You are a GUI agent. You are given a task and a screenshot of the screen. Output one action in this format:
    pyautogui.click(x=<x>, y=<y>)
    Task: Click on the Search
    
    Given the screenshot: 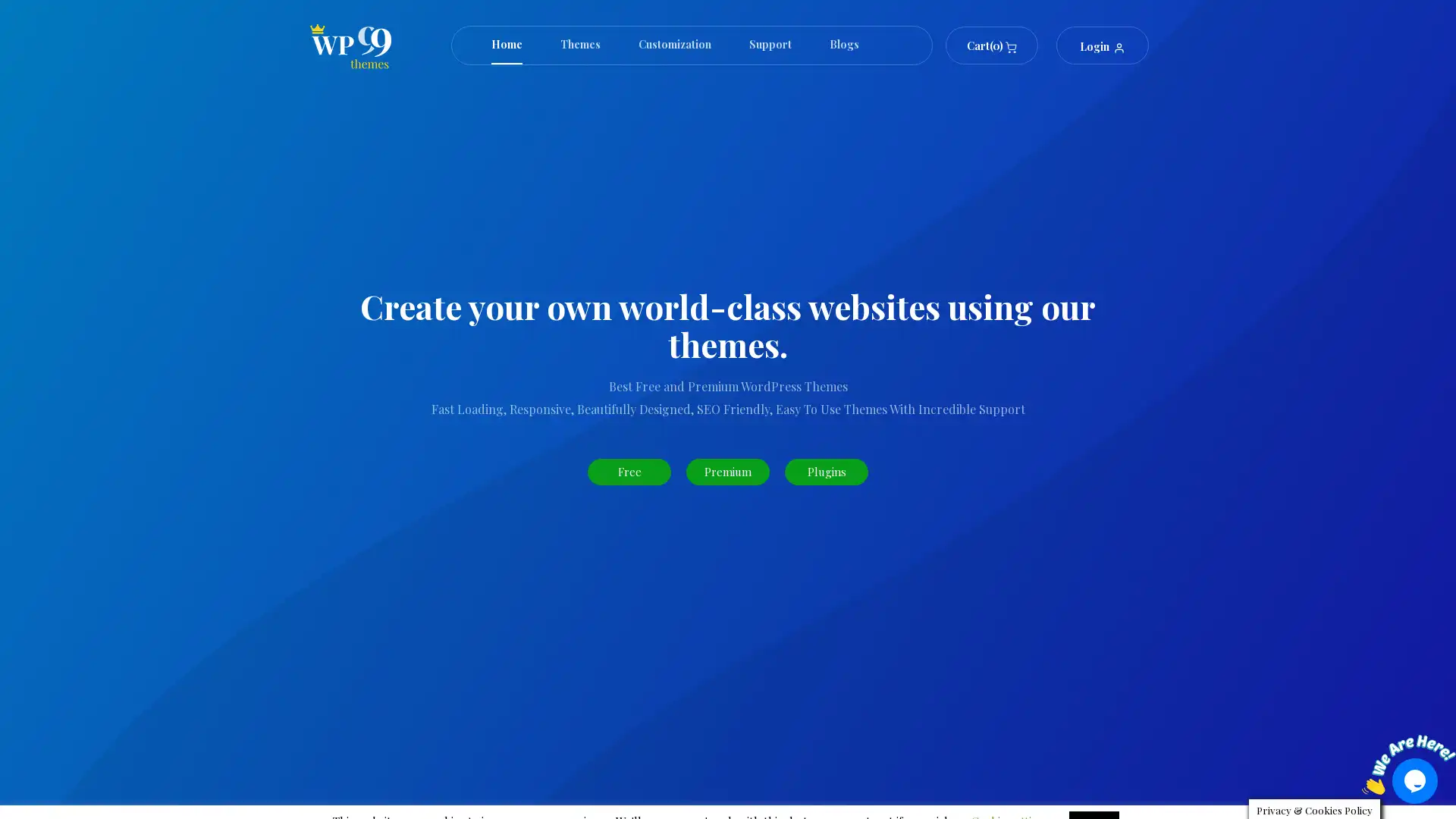 What is the action you would take?
    pyautogui.click(x=982, y=535)
    